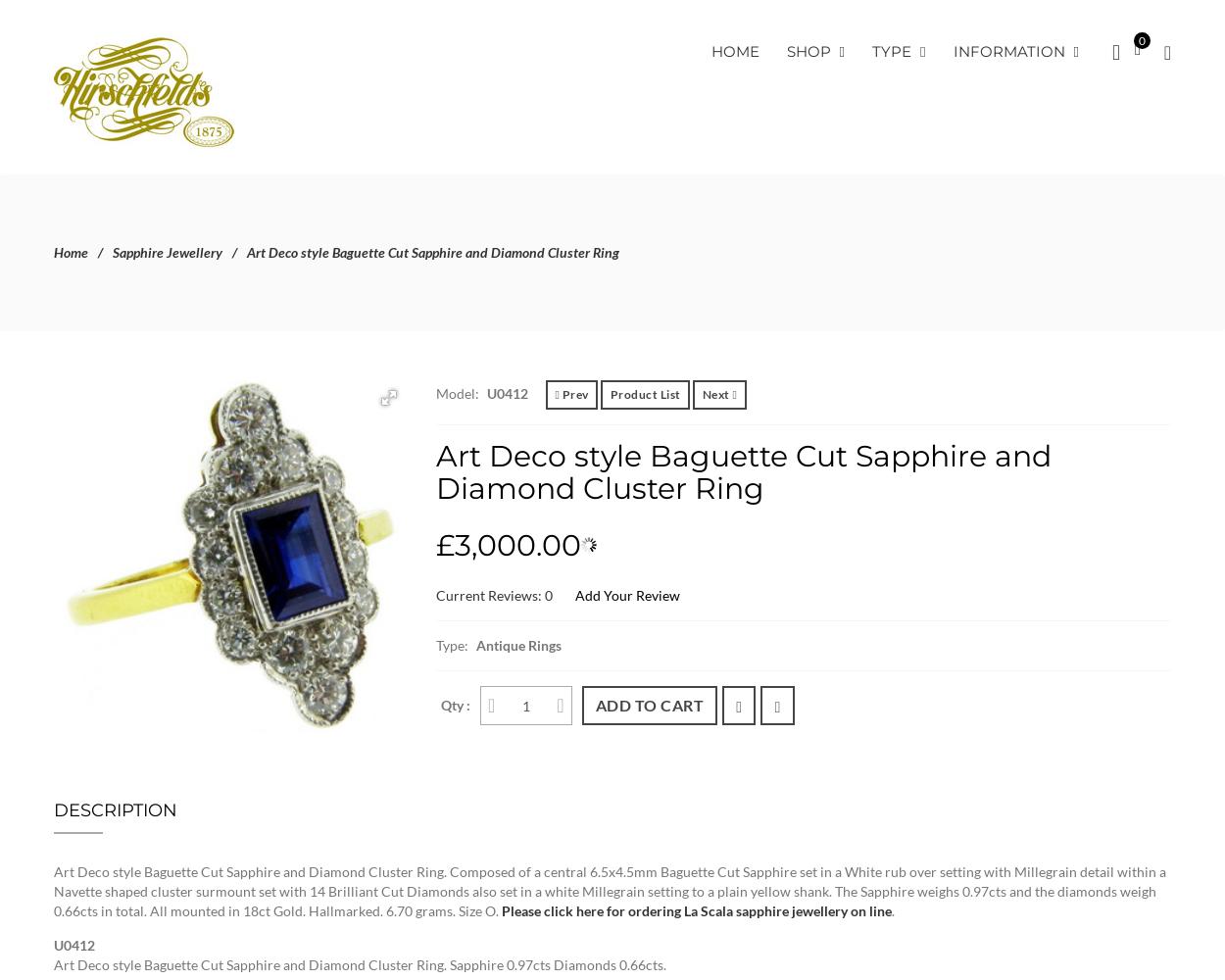 This screenshot has height=980, width=1225. What do you see at coordinates (455, 704) in the screenshot?
I see `'Qty :'` at bounding box center [455, 704].